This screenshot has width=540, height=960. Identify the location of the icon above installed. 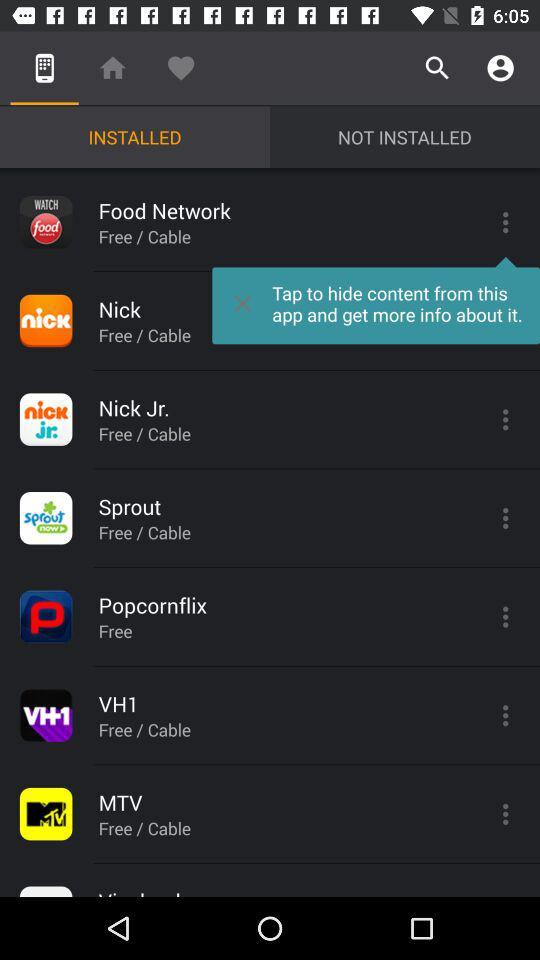
(181, 68).